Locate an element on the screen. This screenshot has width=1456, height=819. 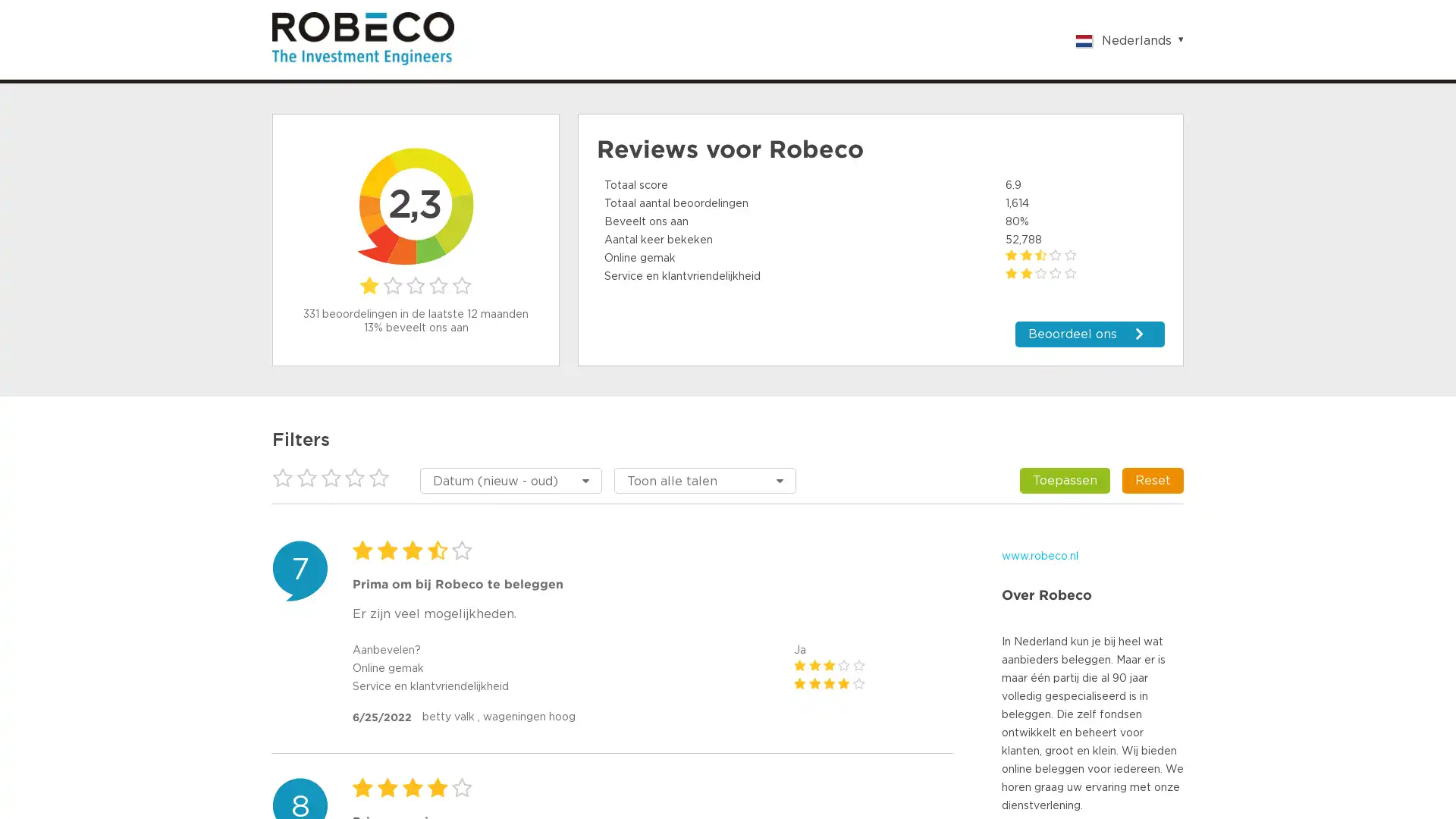
Toepassen is located at coordinates (1064, 480).